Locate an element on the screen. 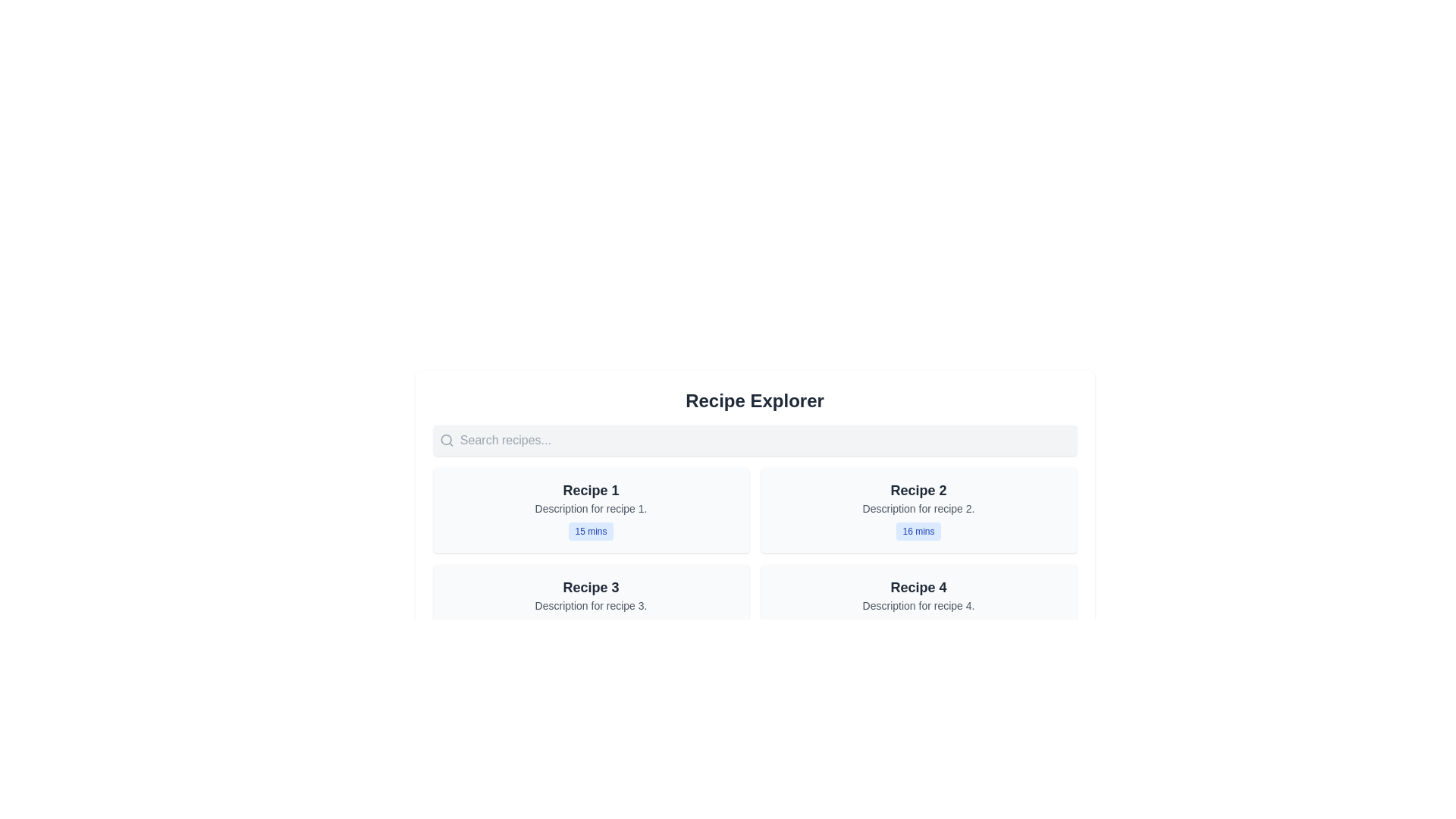  displayed text of the label showing the estimated preparation time for 'Recipe 2', located at the bottom right corner of the 'Recipe 2' card, below the description text is located at coordinates (918, 531).